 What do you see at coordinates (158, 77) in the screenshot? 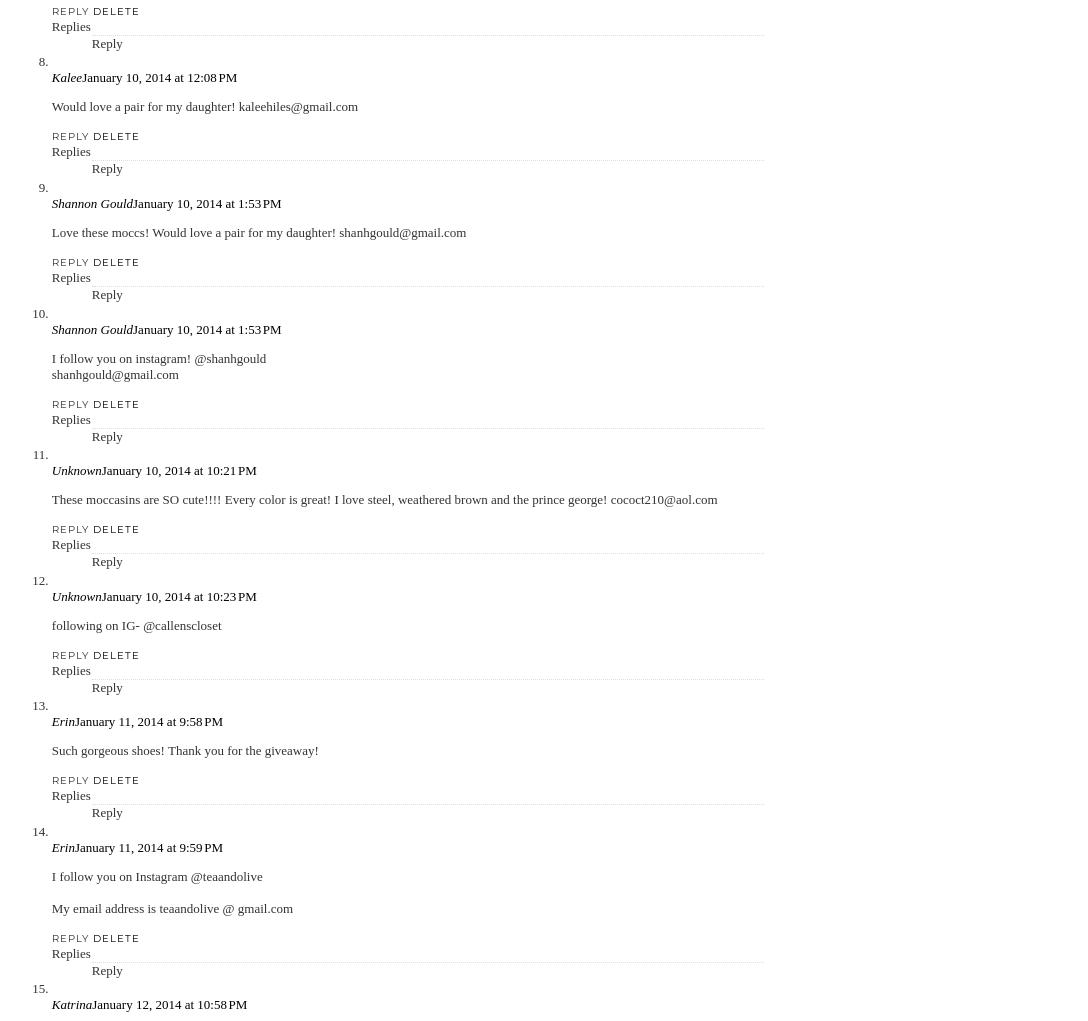
I see `'January 10, 2014 at 12:08 PM'` at bounding box center [158, 77].